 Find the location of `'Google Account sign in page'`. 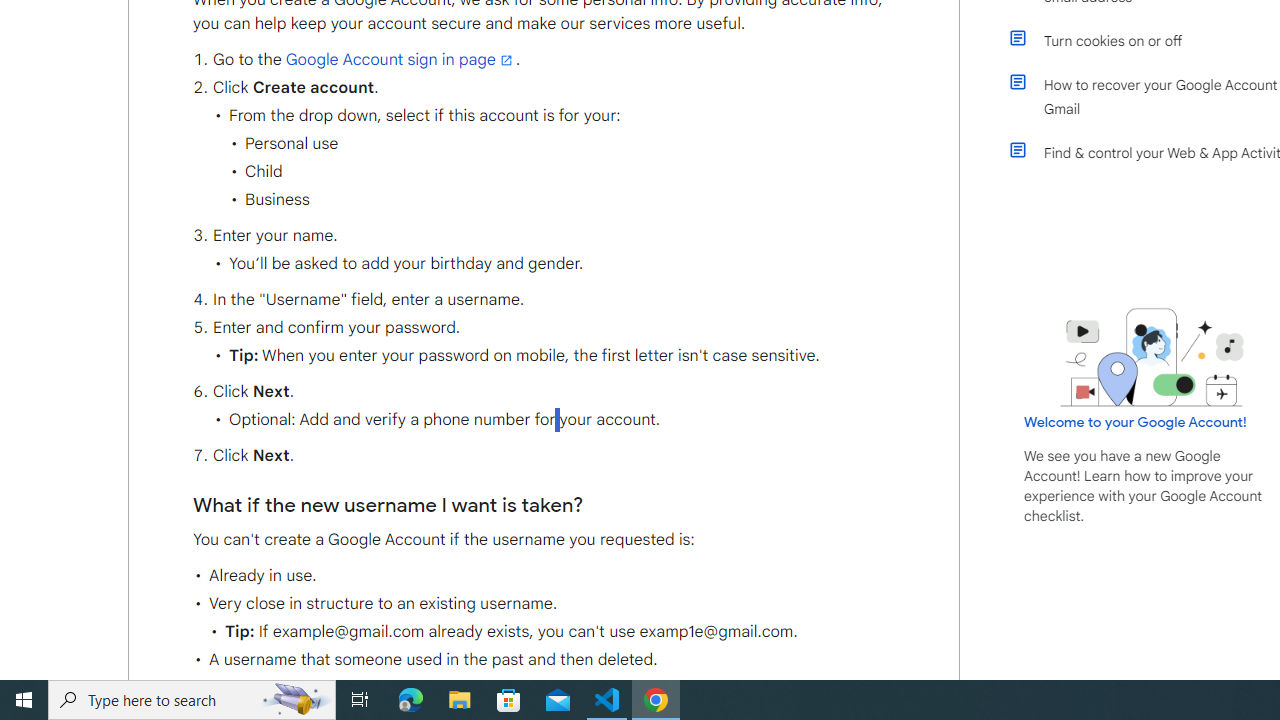

'Google Account sign in page' is located at coordinates (400, 58).